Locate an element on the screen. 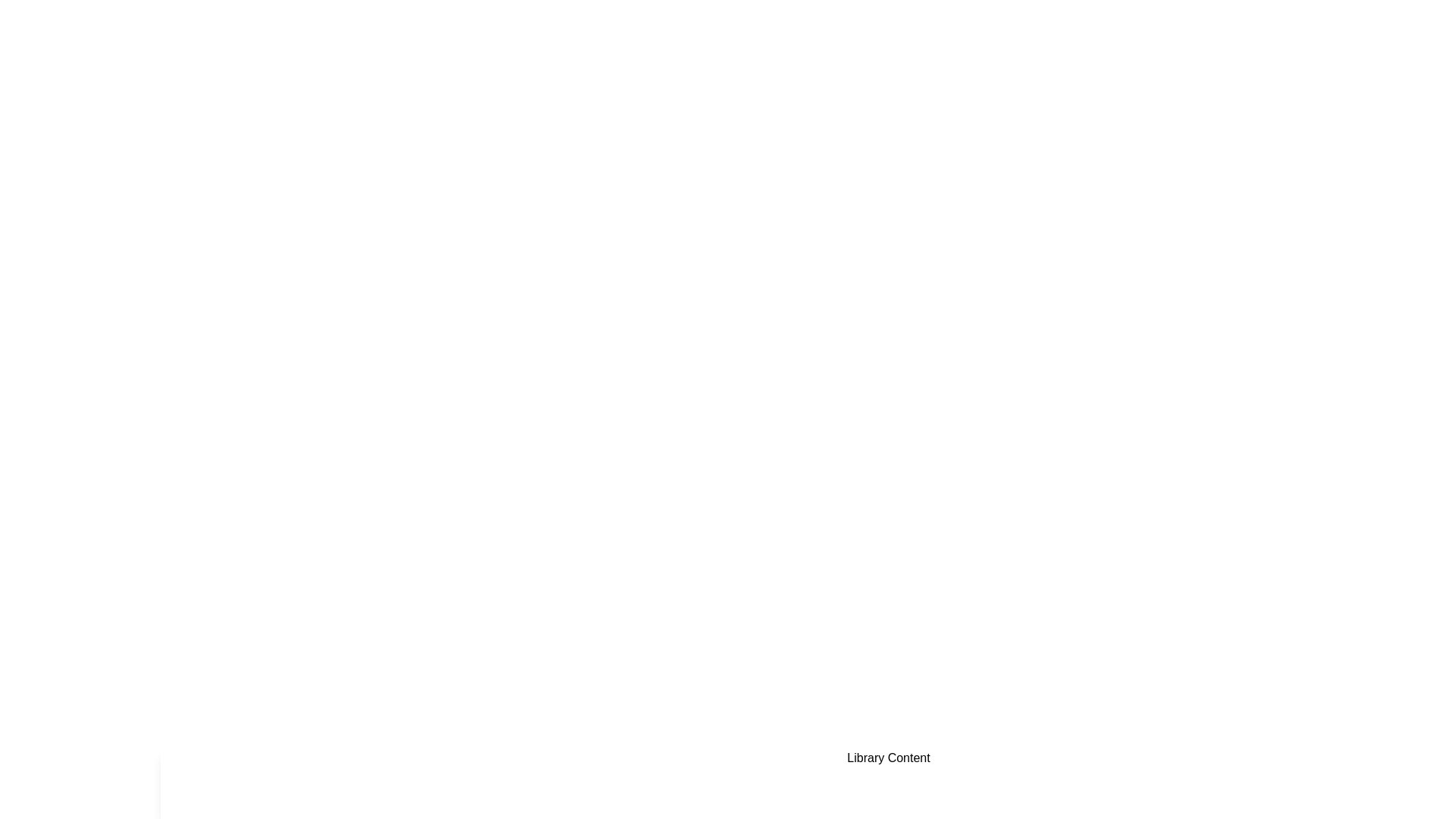 Image resolution: width=1456 pixels, height=819 pixels. the Library tab by clicking on its button is located at coordinates (304, 783).